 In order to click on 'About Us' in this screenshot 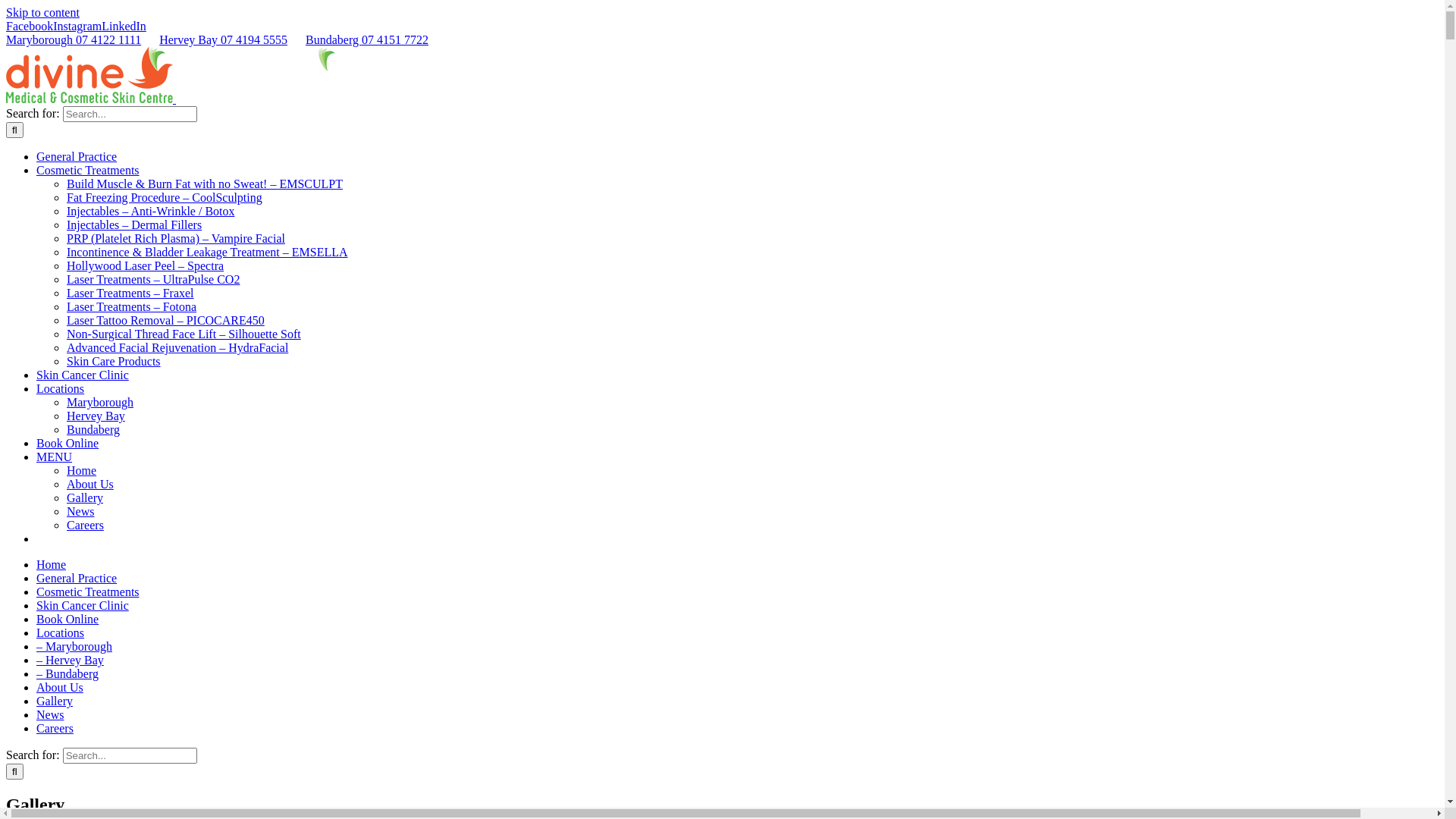, I will do `click(65, 484)`.